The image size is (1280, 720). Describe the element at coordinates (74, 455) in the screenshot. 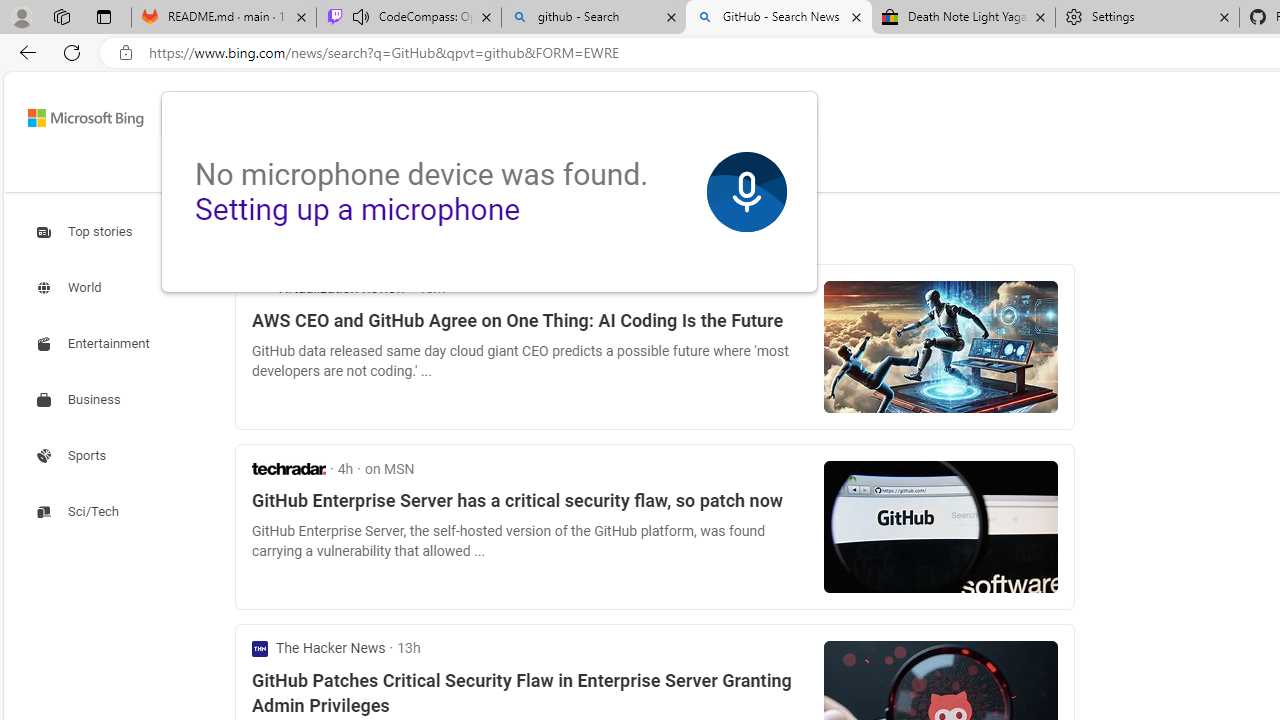

I see `'Search news about Sports'` at that location.